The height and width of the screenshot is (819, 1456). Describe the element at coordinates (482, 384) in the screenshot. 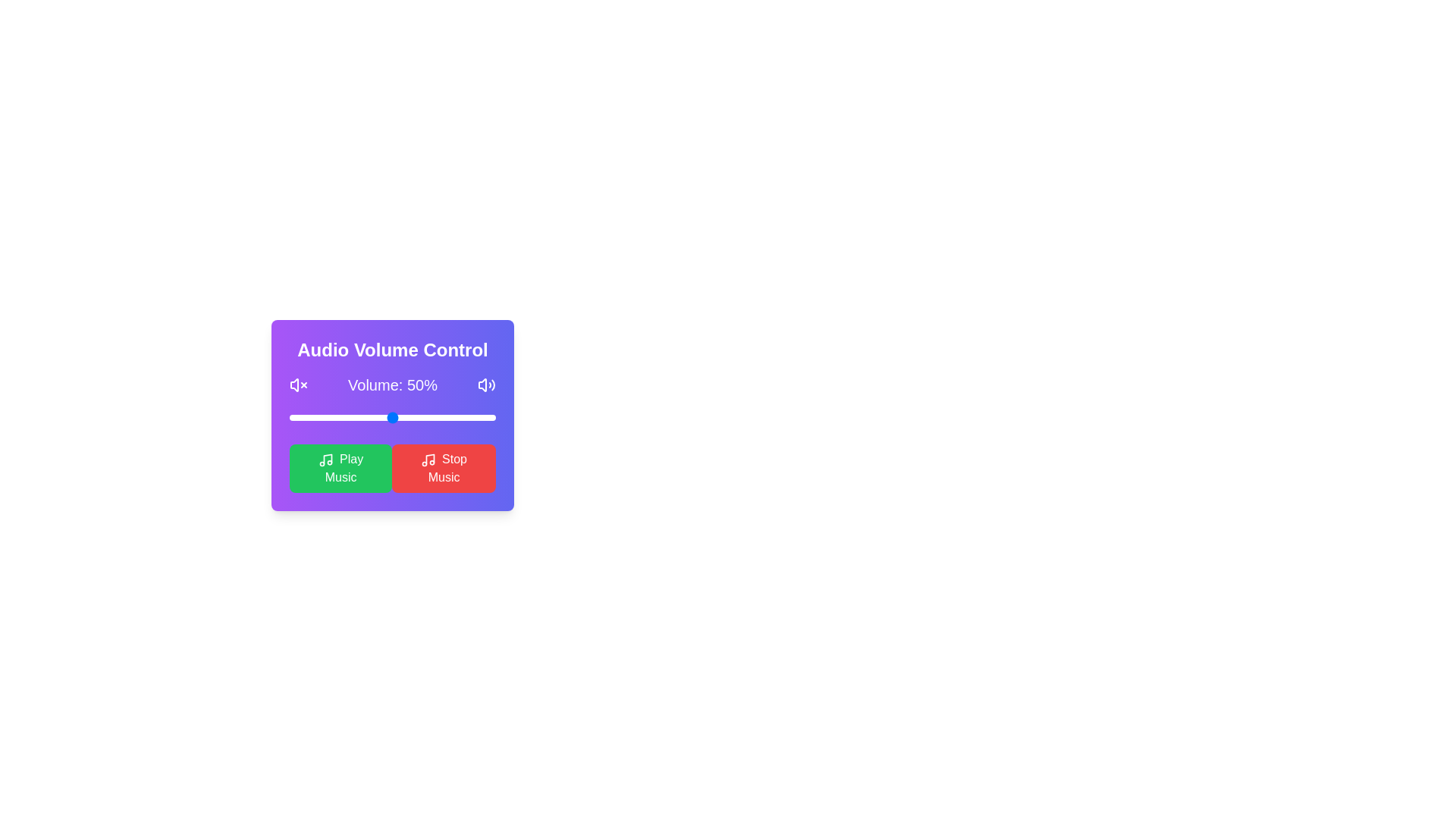

I see `the blue speaker icon located in the 'Audio Volume Control' interface` at that location.